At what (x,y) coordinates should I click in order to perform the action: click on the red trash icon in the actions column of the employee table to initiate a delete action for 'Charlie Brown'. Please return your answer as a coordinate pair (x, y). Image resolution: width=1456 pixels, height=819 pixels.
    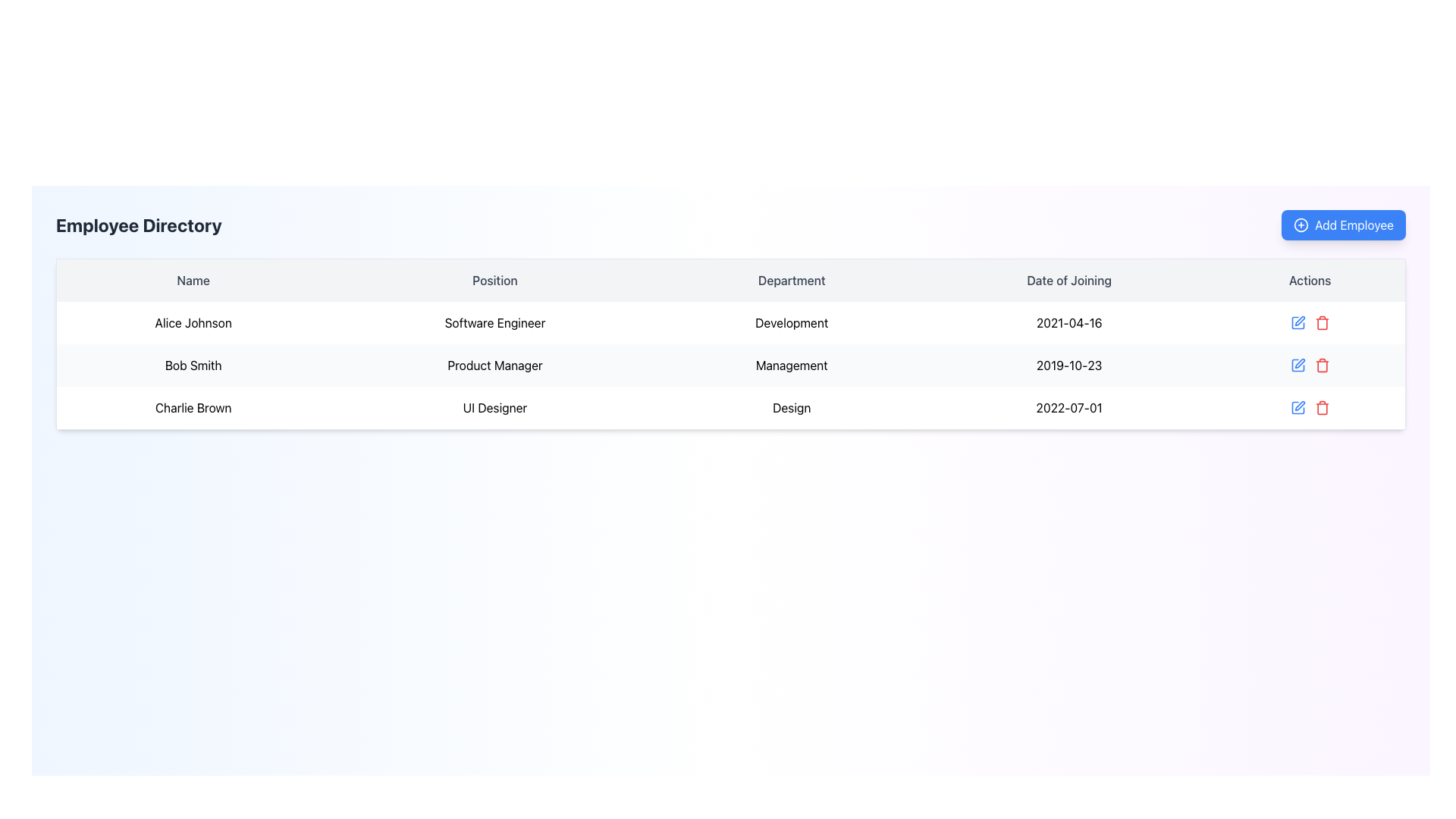
    Looking at the image, I should click on (1310, 407).